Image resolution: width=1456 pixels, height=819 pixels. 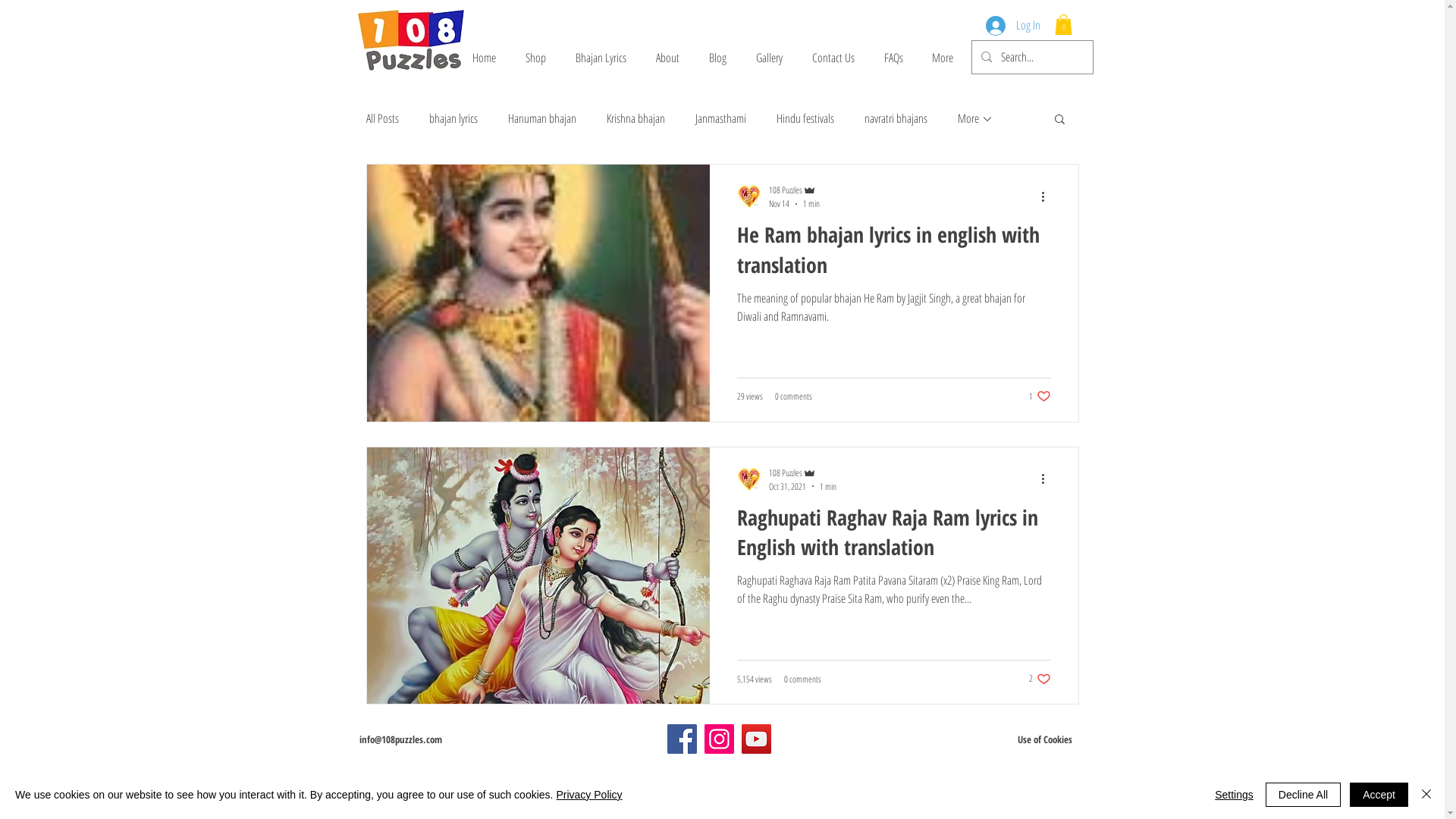 What do you see at coordinates (792, 395) in the screenshot?
I see `'0 comments'` at bounding box center [792, 395].